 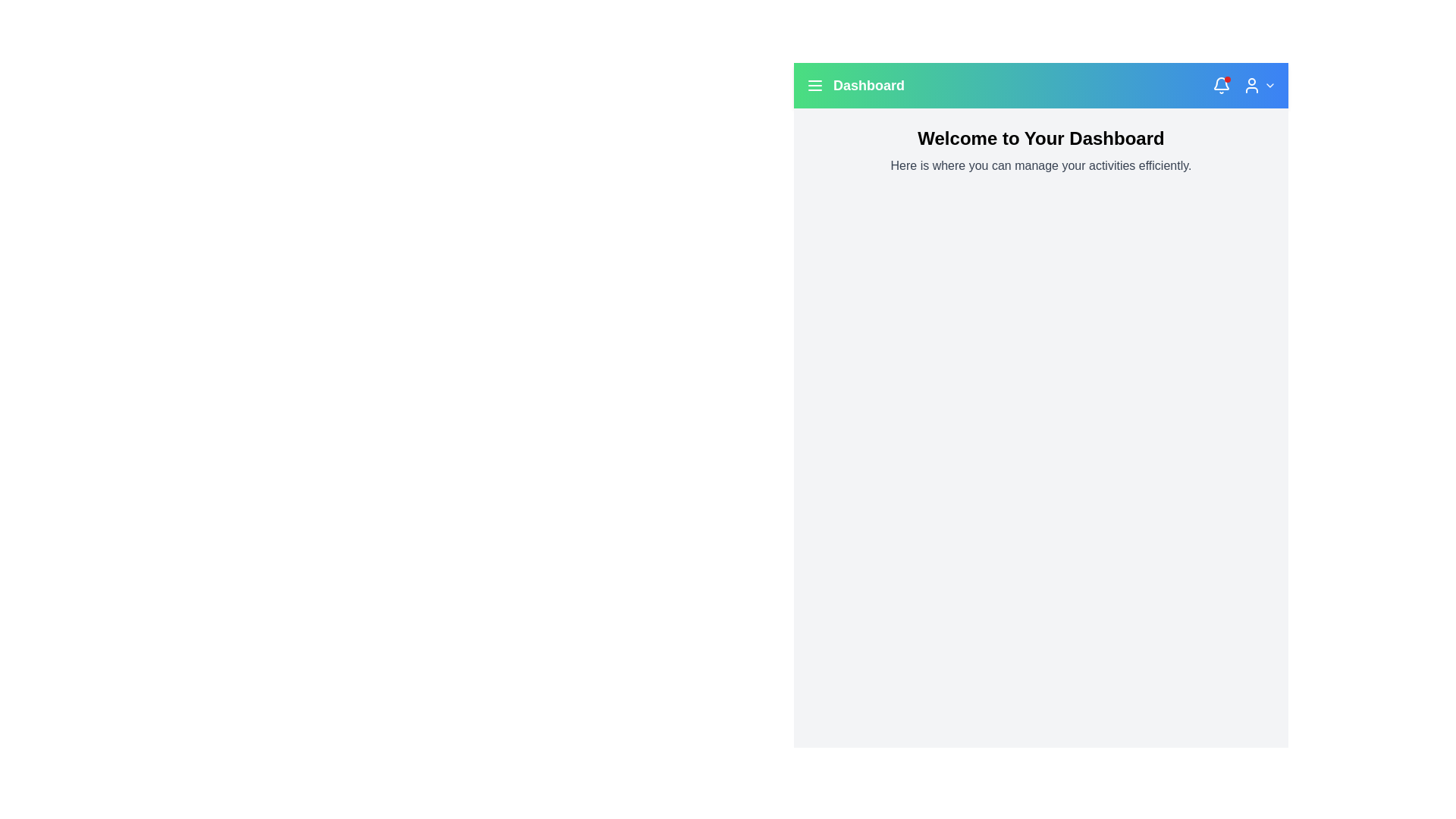 I want to click on the bell icon located at the top-right corner of the application header, so click(x=1222, y=85).